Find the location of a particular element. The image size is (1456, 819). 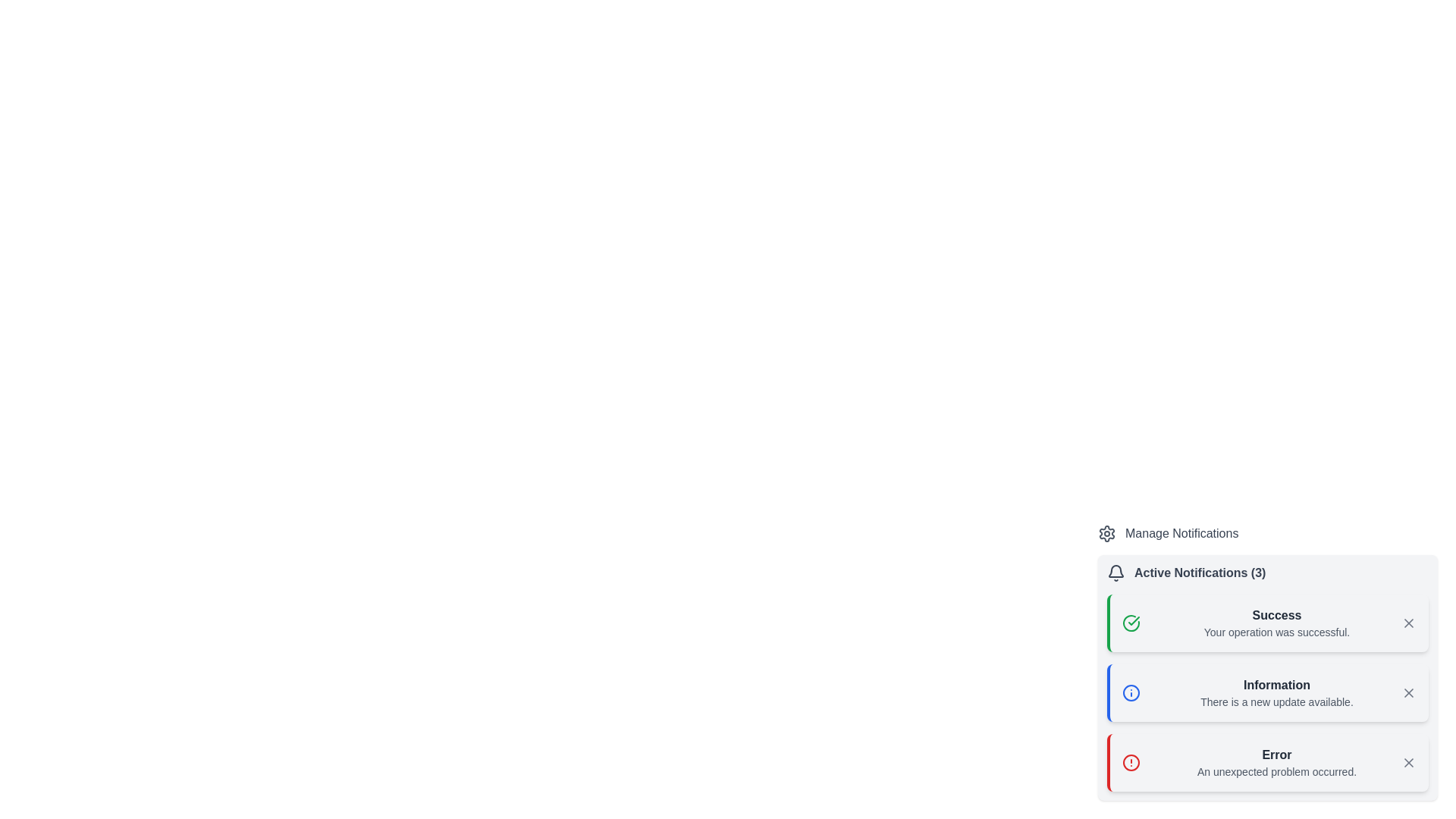

the central body portion of the bell icon located in the top-right corner of the application interface is located at coordinates (1116, 571).